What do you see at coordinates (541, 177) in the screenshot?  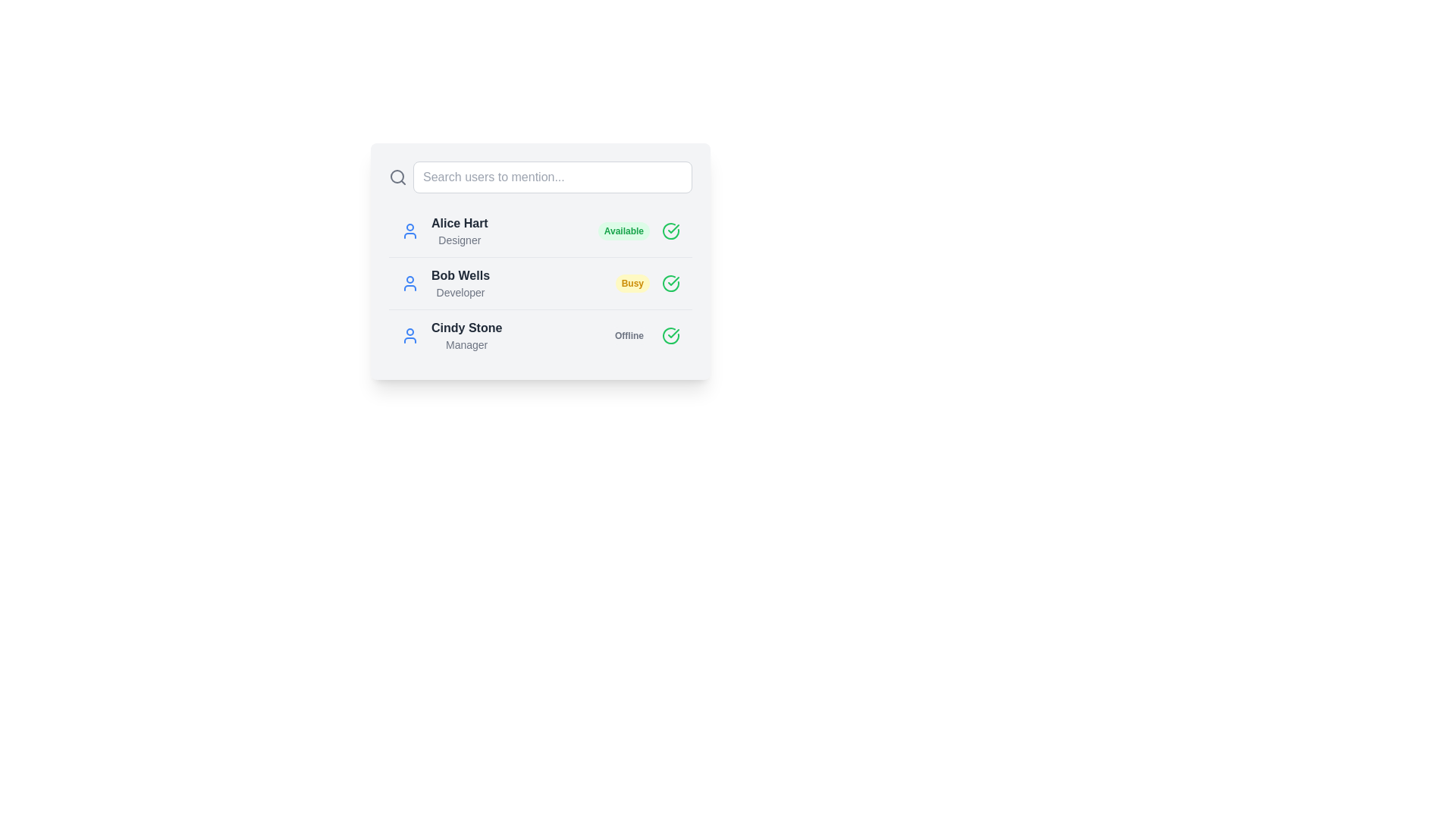 I see `the text input field with placeholder text 'Search users to mention...' by tabbing into it` at bounding box center [541, 177].